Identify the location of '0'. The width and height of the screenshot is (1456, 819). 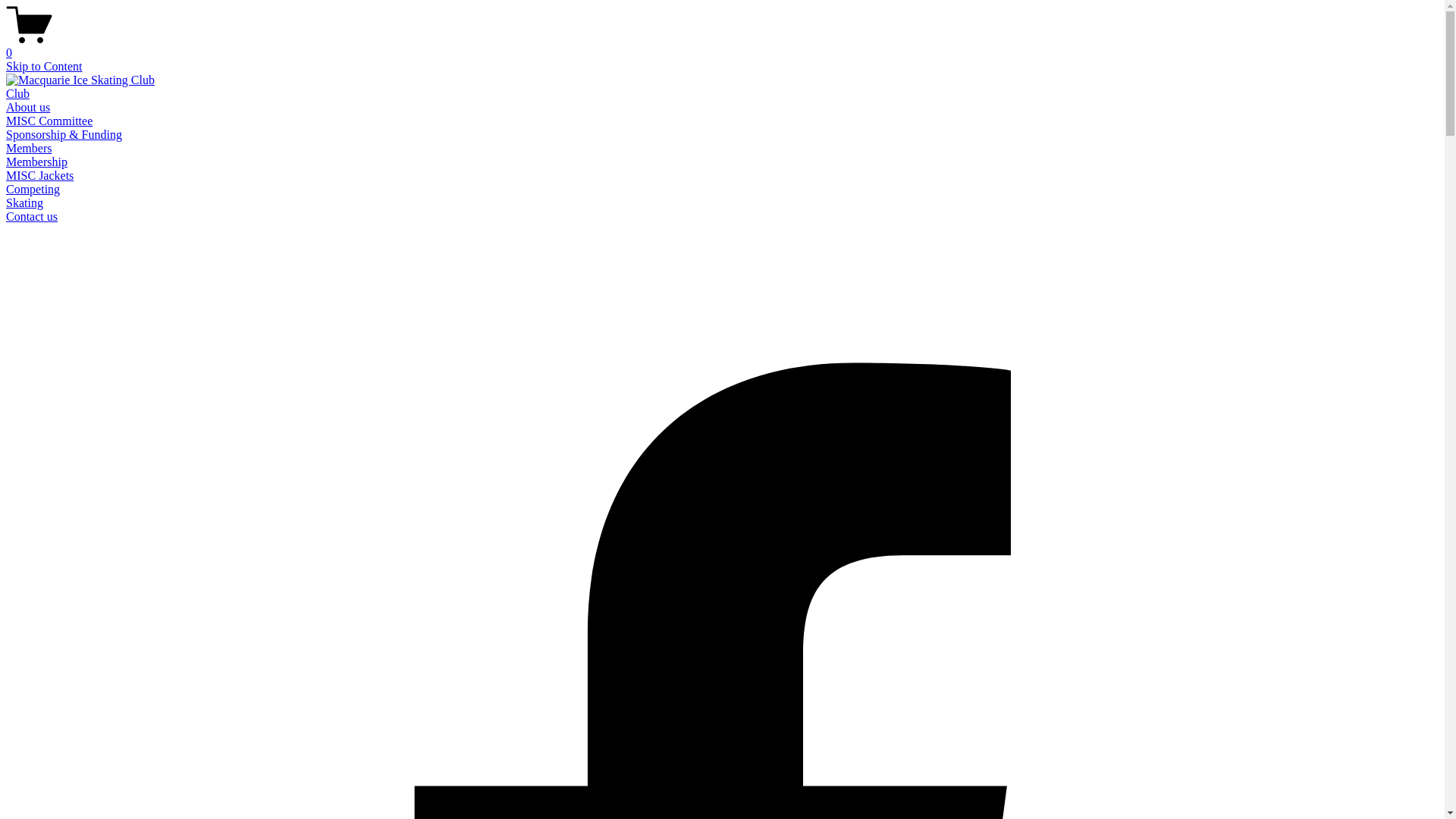
(6, 45).